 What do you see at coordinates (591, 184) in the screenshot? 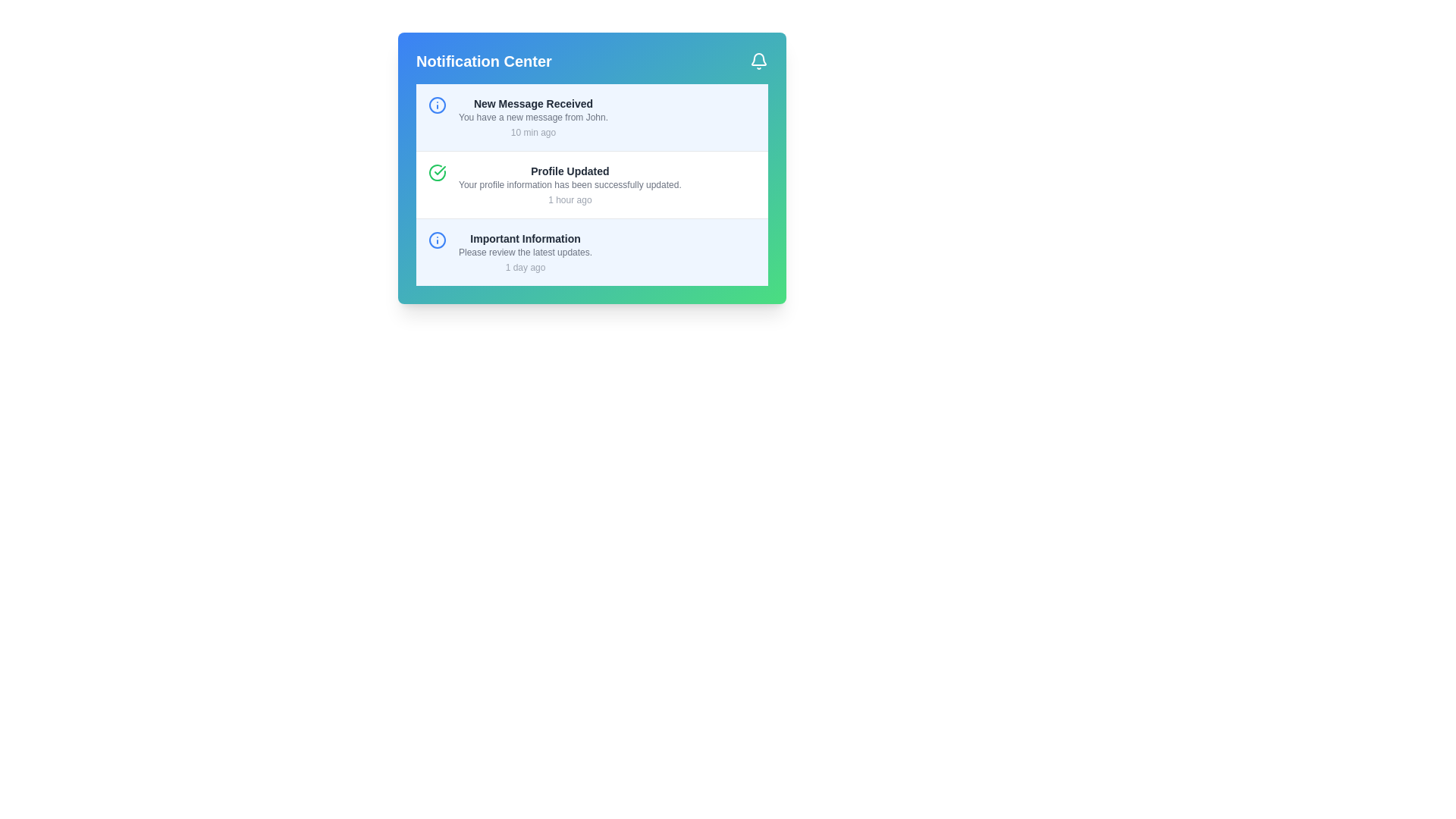
I see `a notification within the vertically stacked list of notifications in the Notification Center` at bounding box center [591, 184].